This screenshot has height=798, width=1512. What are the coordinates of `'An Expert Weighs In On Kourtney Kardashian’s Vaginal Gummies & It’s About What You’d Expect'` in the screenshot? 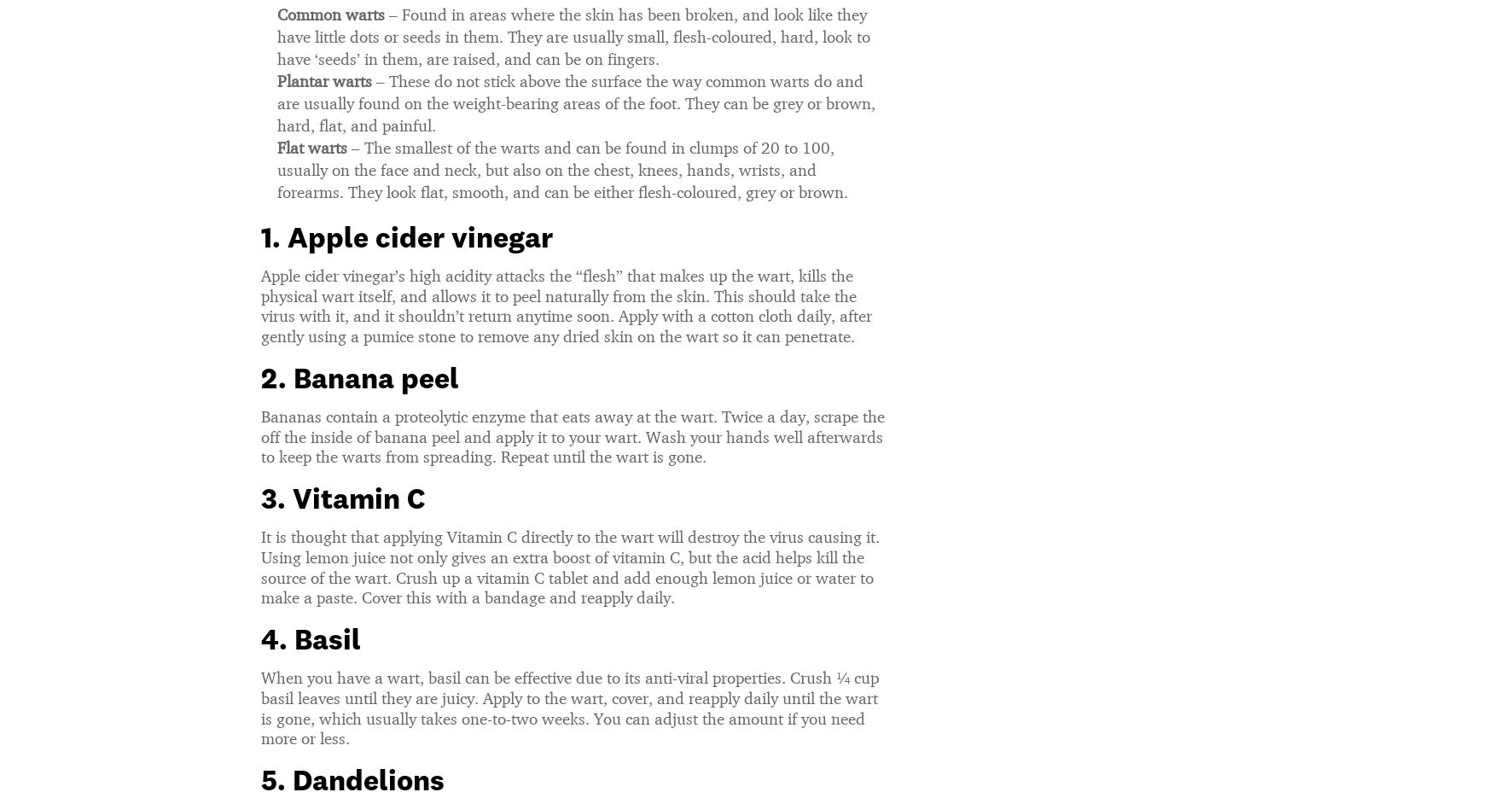 It's located at (1132, 448).